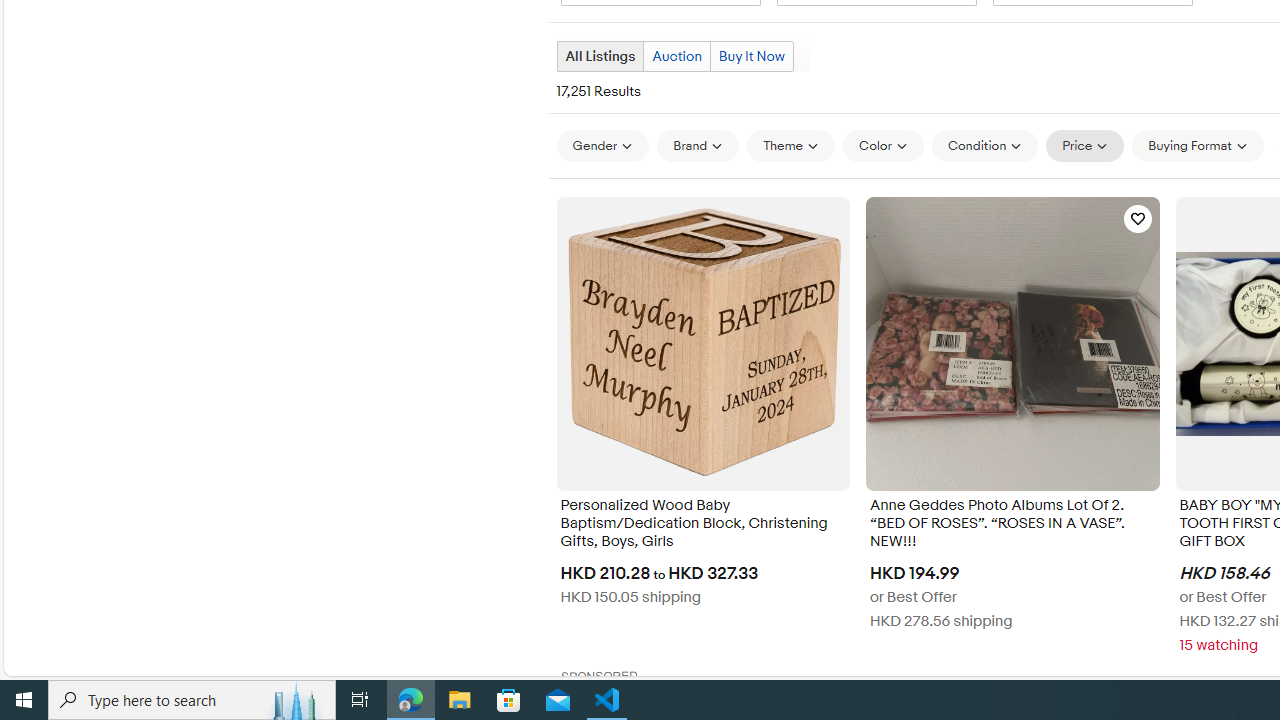 The height and width of the screenshot is (720, 1280). Describe the element at coordinates (750, 55) in the screenshot. I see `'Buy It Now'` at that location.